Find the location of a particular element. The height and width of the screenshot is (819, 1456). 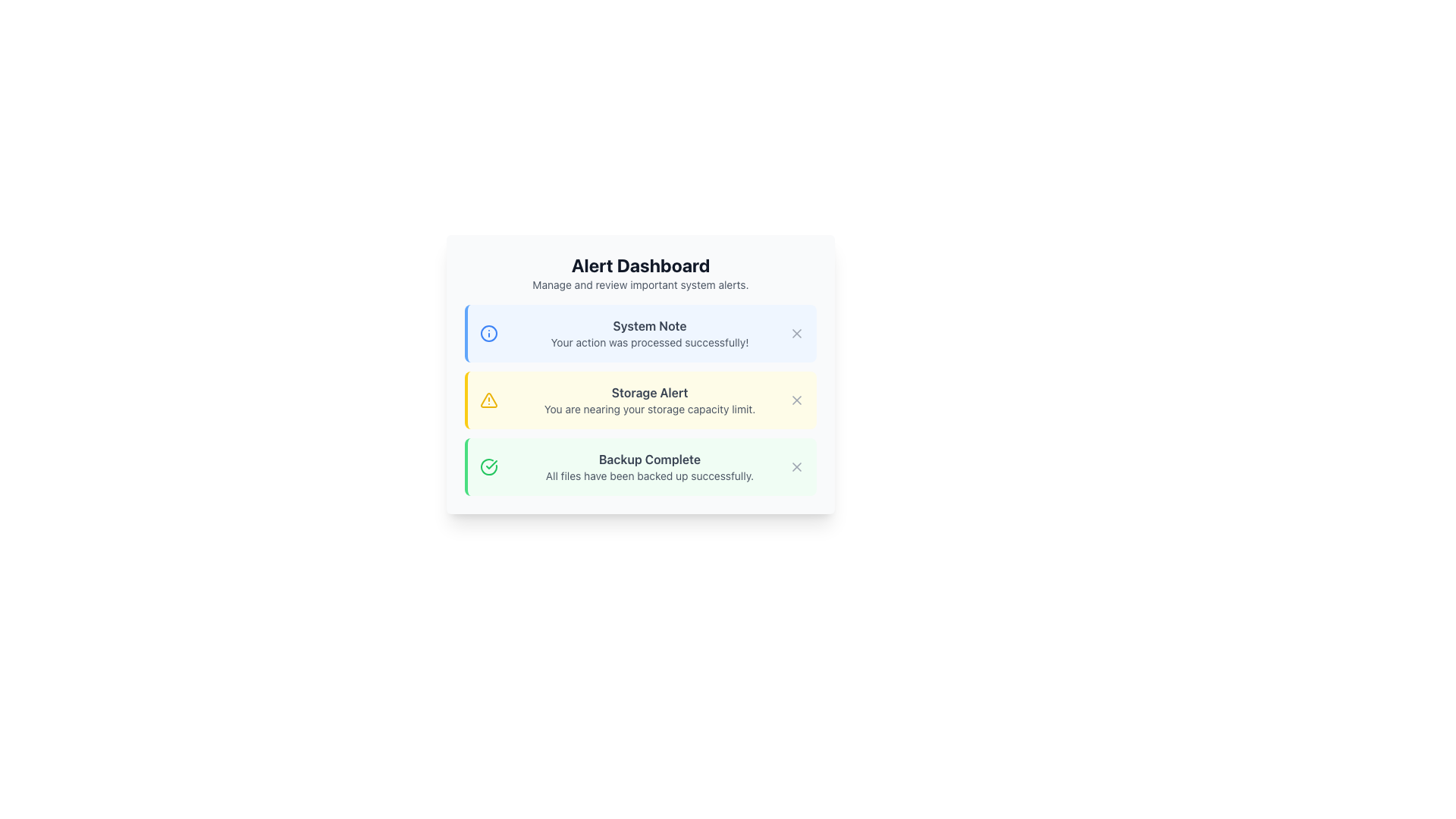

the 'Backup Complete' text label, which is styled with a bold font and medium-gray color, located in the bottom section of a notification card with a light green background is located at coordinates (650, 458).